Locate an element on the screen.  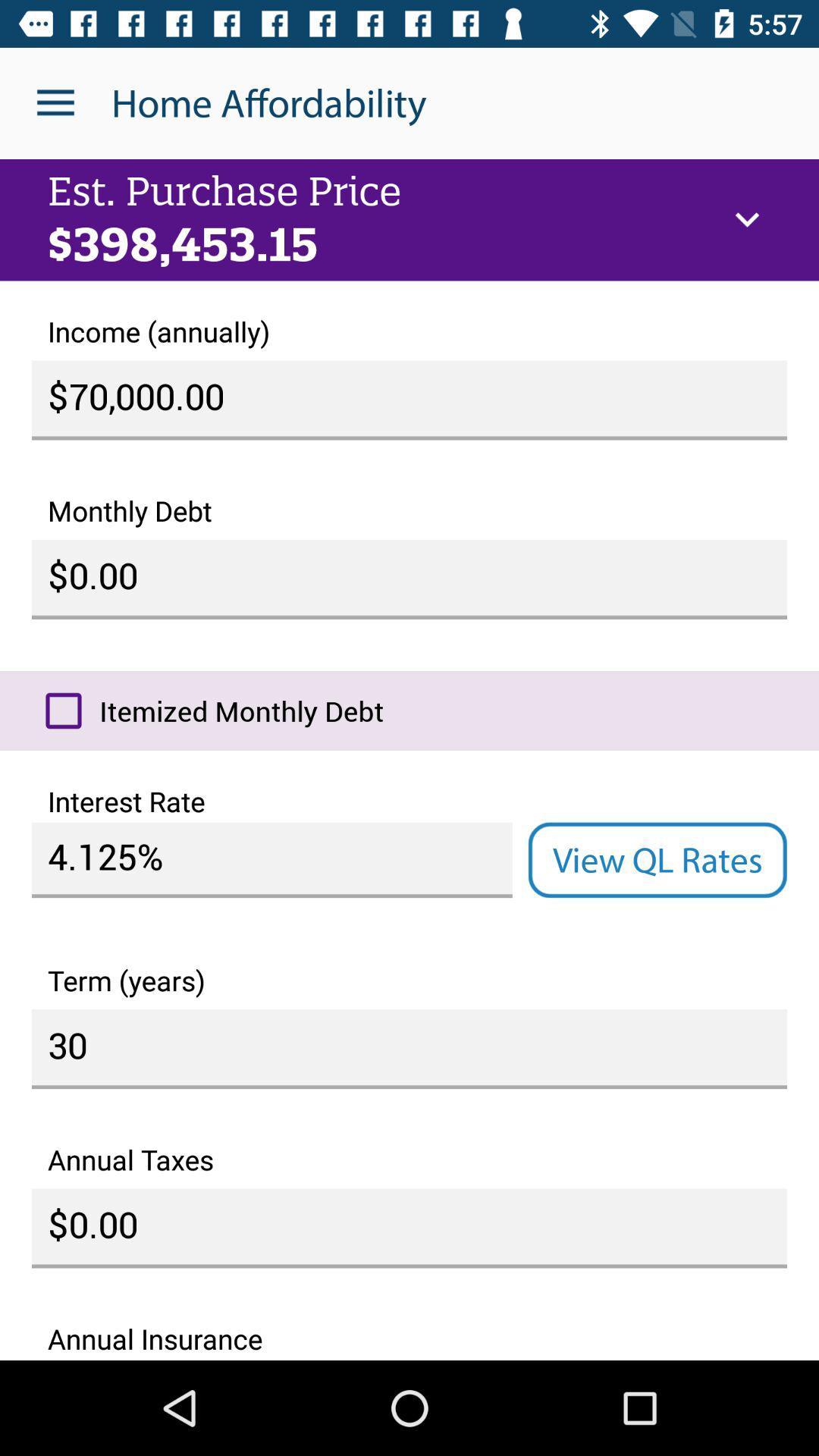
move to the text below the text interest rate on the web page is located at coordinates (271, 860).